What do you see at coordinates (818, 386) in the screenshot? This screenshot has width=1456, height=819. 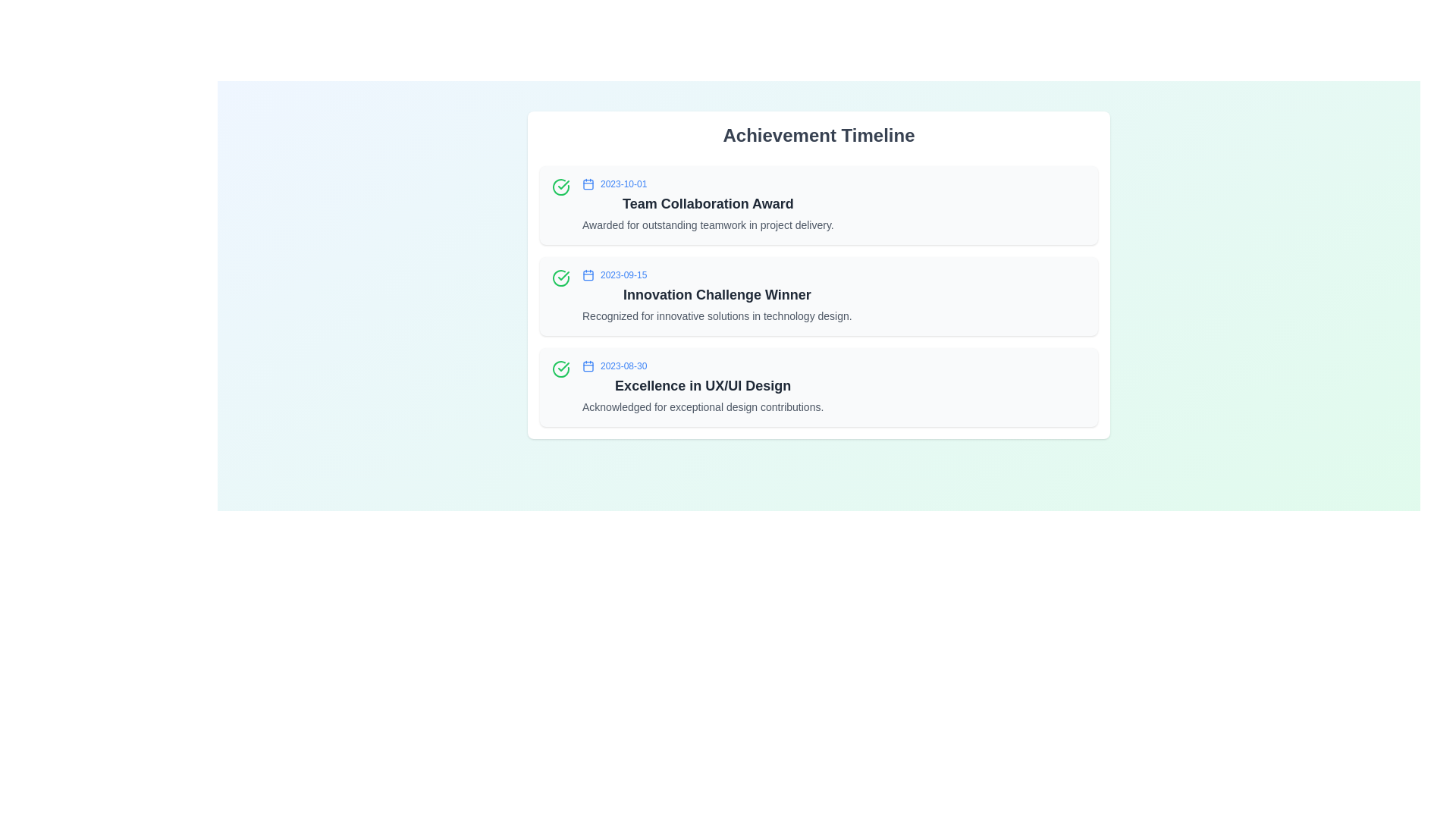 I see `the details of the Achievement Card` at bounding box center [818, 386].